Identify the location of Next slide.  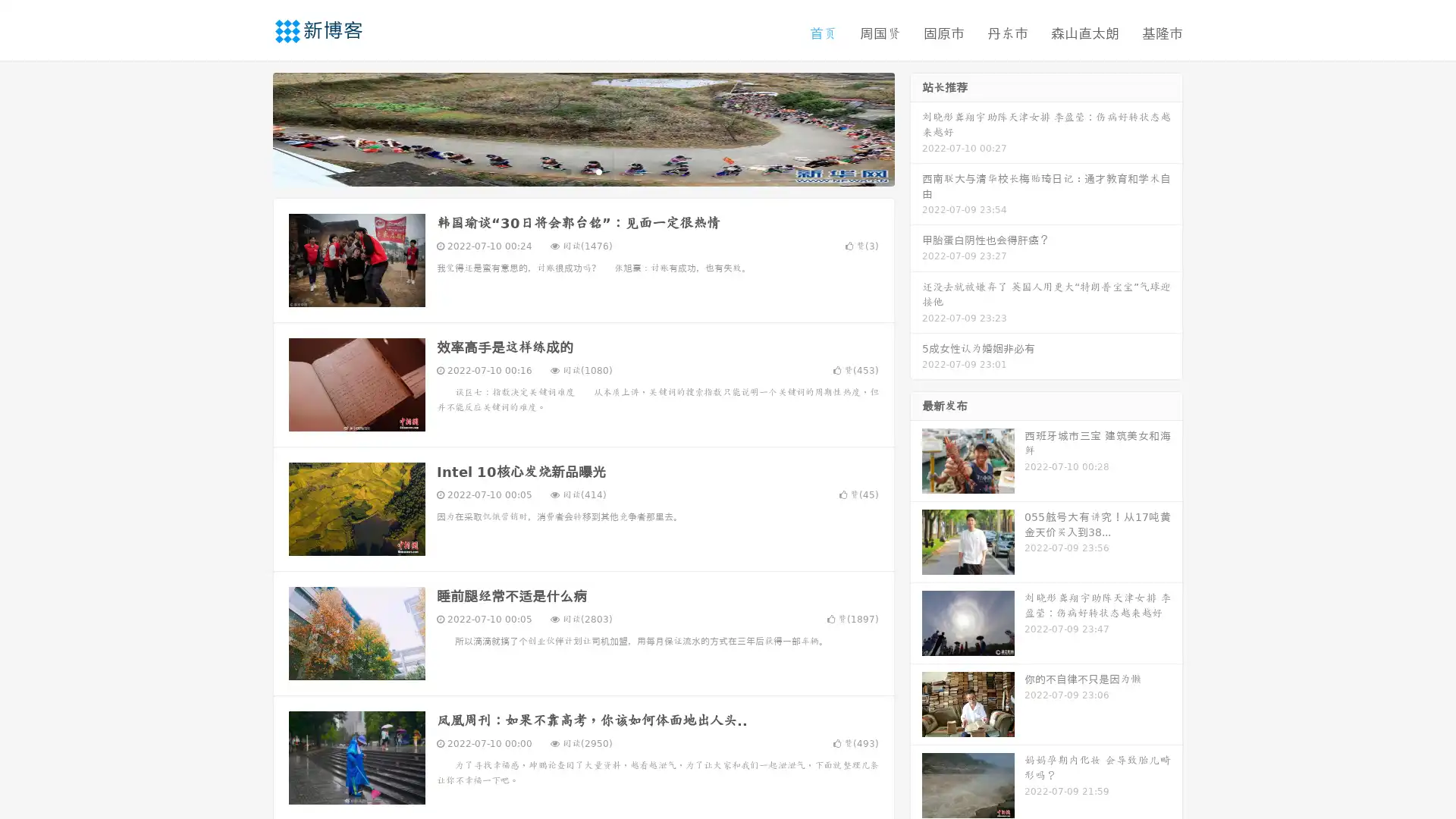
(916, 127).